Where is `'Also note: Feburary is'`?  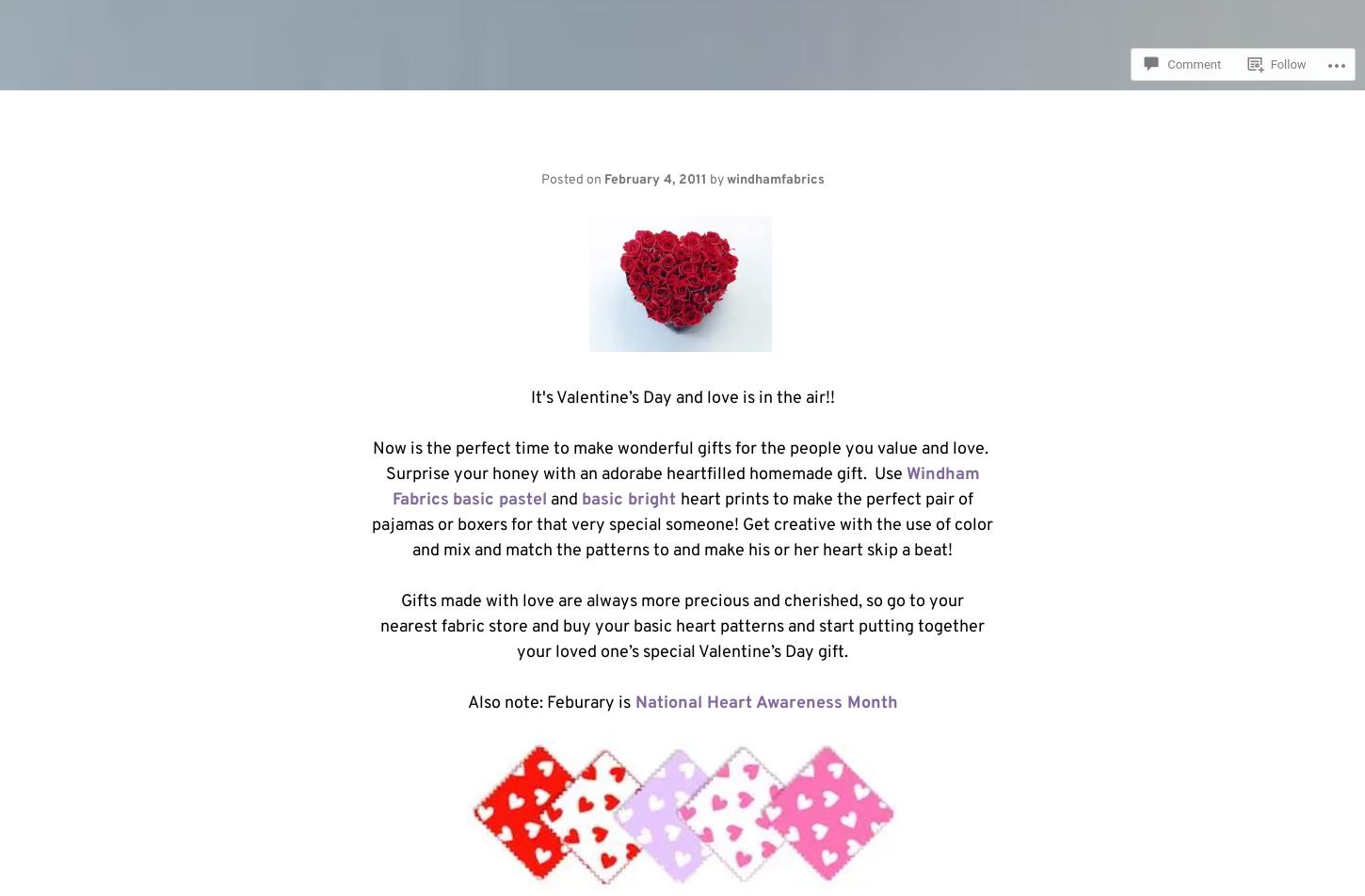 'Also note: Feburary is' is located at coordinates (548, 702).